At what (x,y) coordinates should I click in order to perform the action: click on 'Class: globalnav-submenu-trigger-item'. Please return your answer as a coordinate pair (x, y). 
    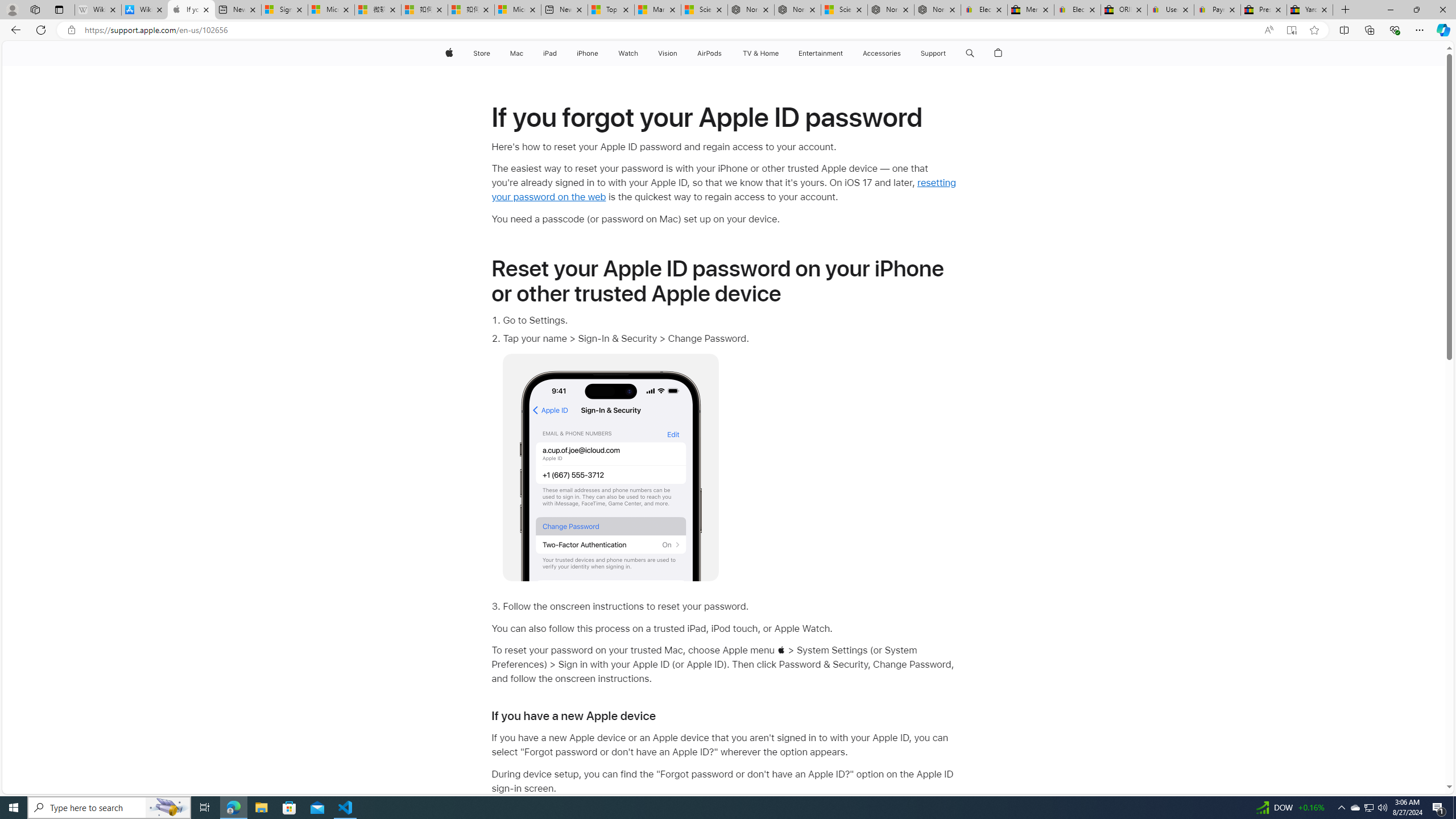
    Looking at the image, I should click on (948, 53).